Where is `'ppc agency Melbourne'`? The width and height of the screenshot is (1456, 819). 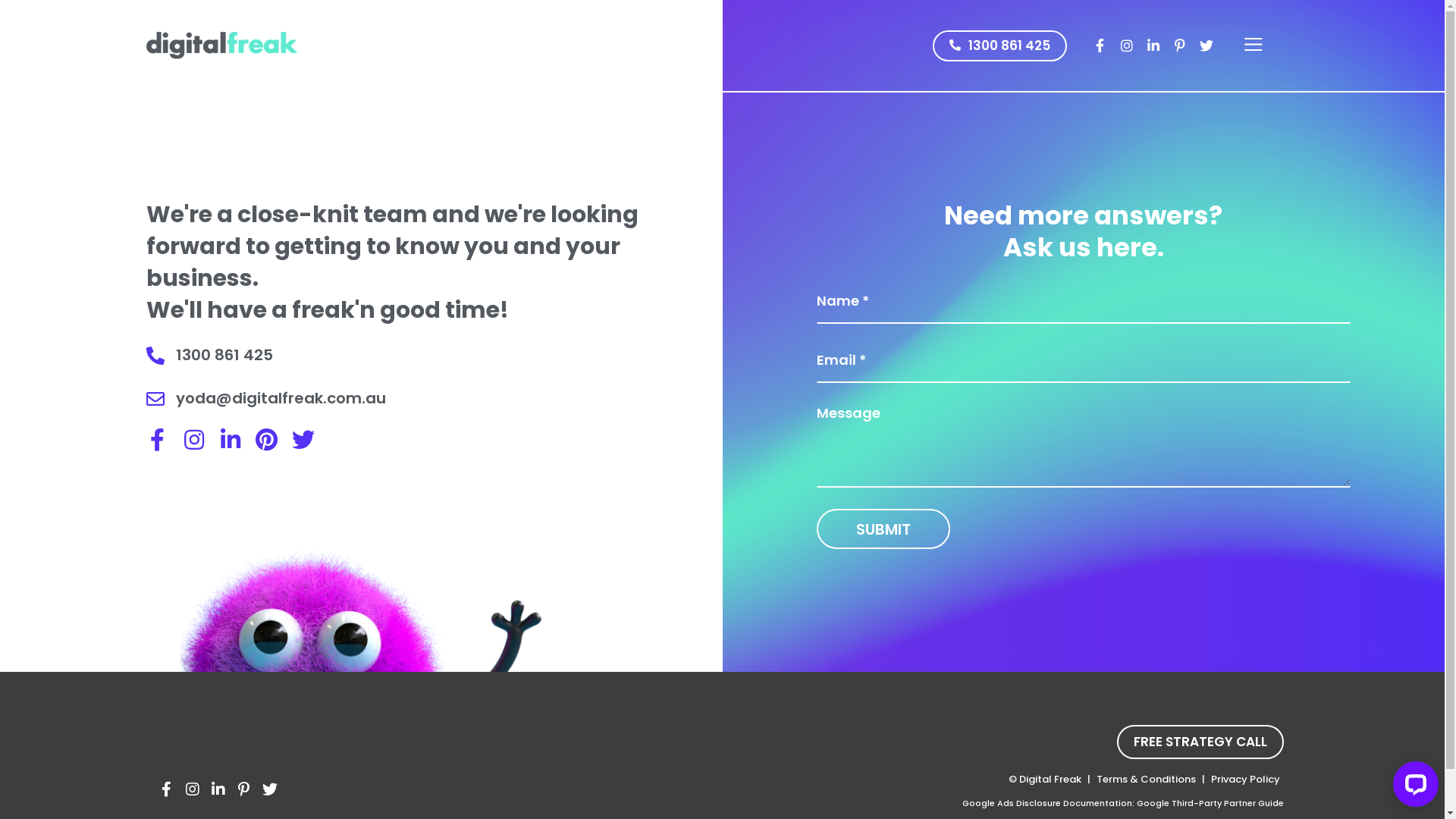
'ppc agency Melbourne' is located at coordinates (221, 45).